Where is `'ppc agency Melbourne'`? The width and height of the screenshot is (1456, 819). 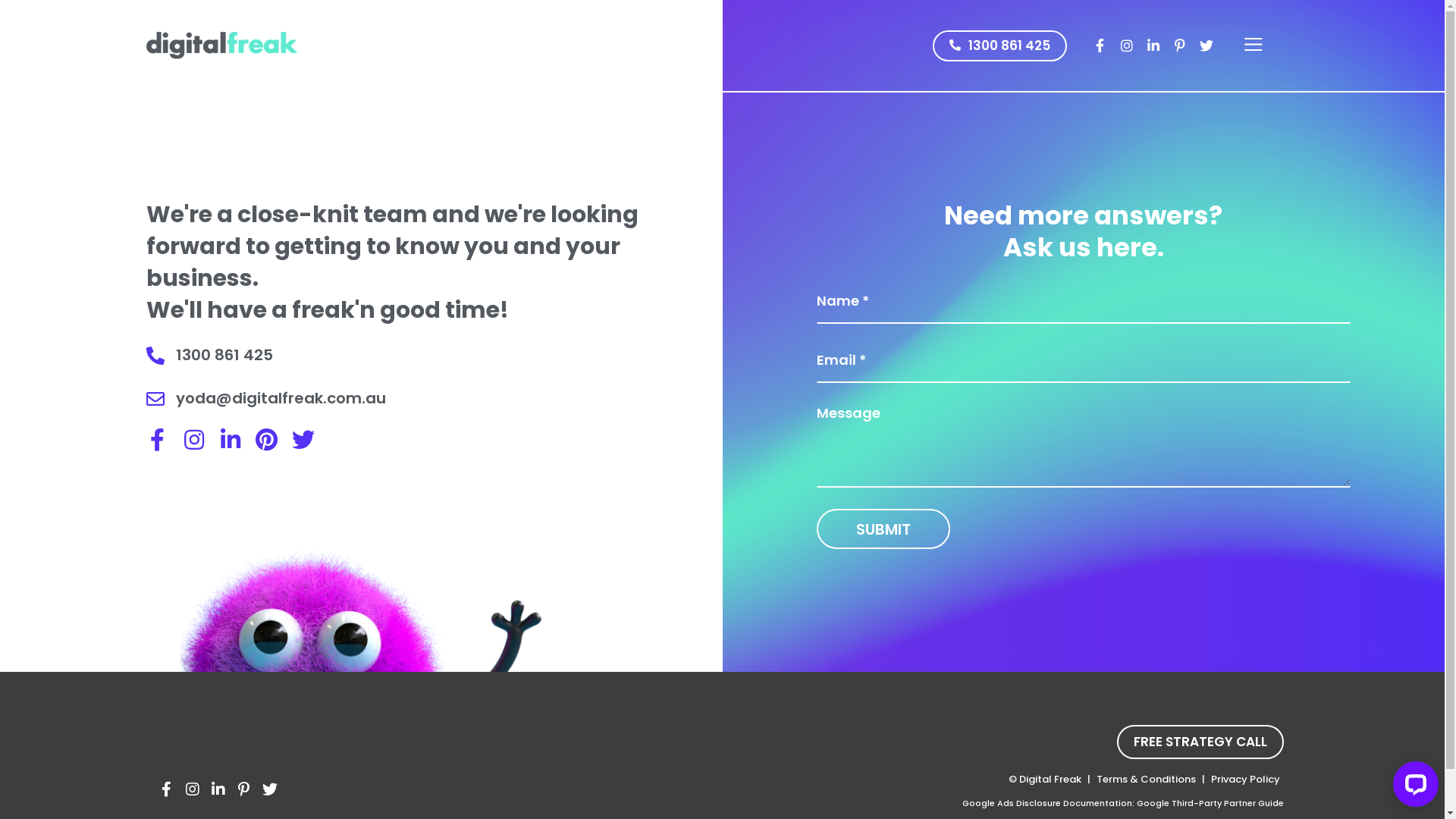
'ppc agency Melbourne' is located at coordinates (221, 45).